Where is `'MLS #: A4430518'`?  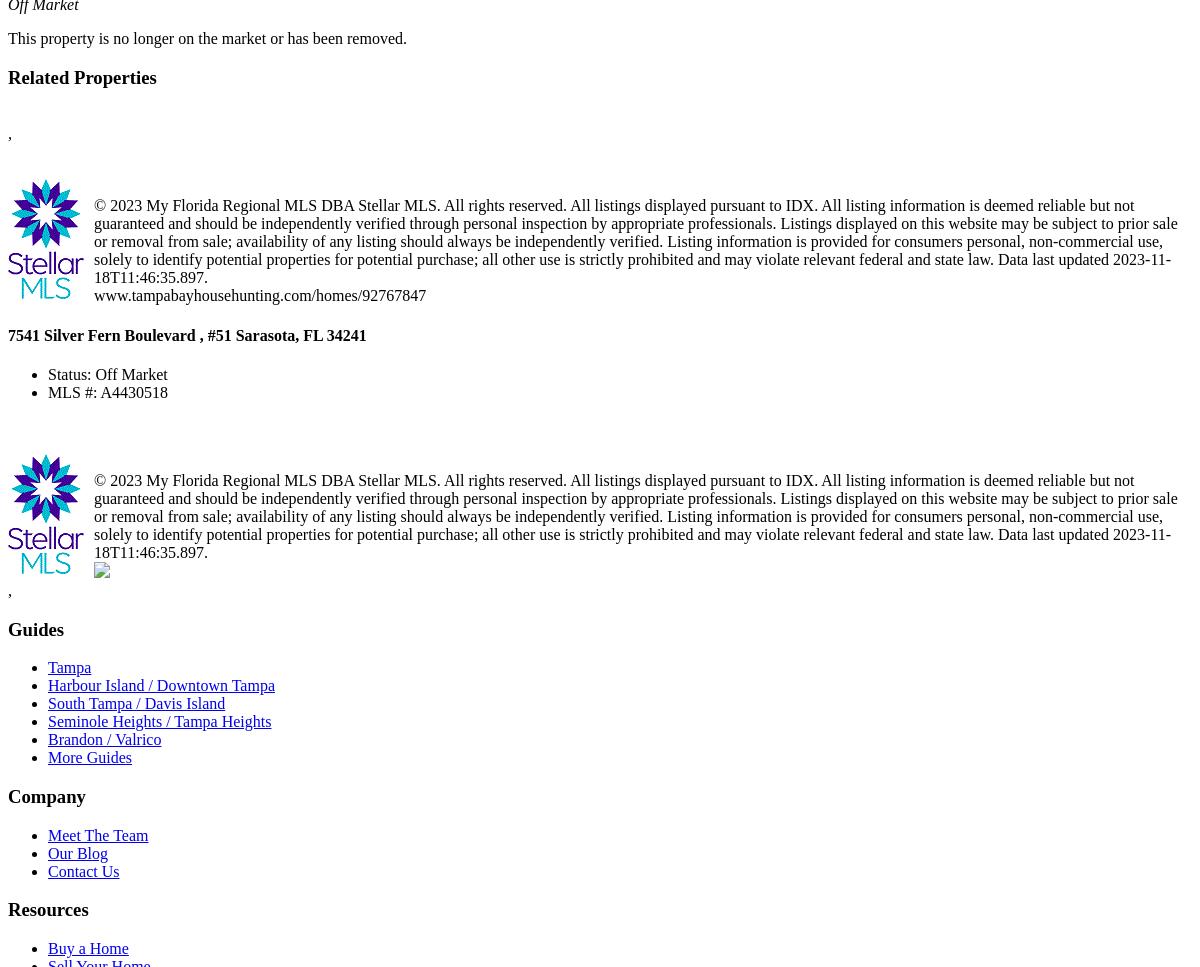
'MLS #: A4430518' is located at coordinates (108, 391).